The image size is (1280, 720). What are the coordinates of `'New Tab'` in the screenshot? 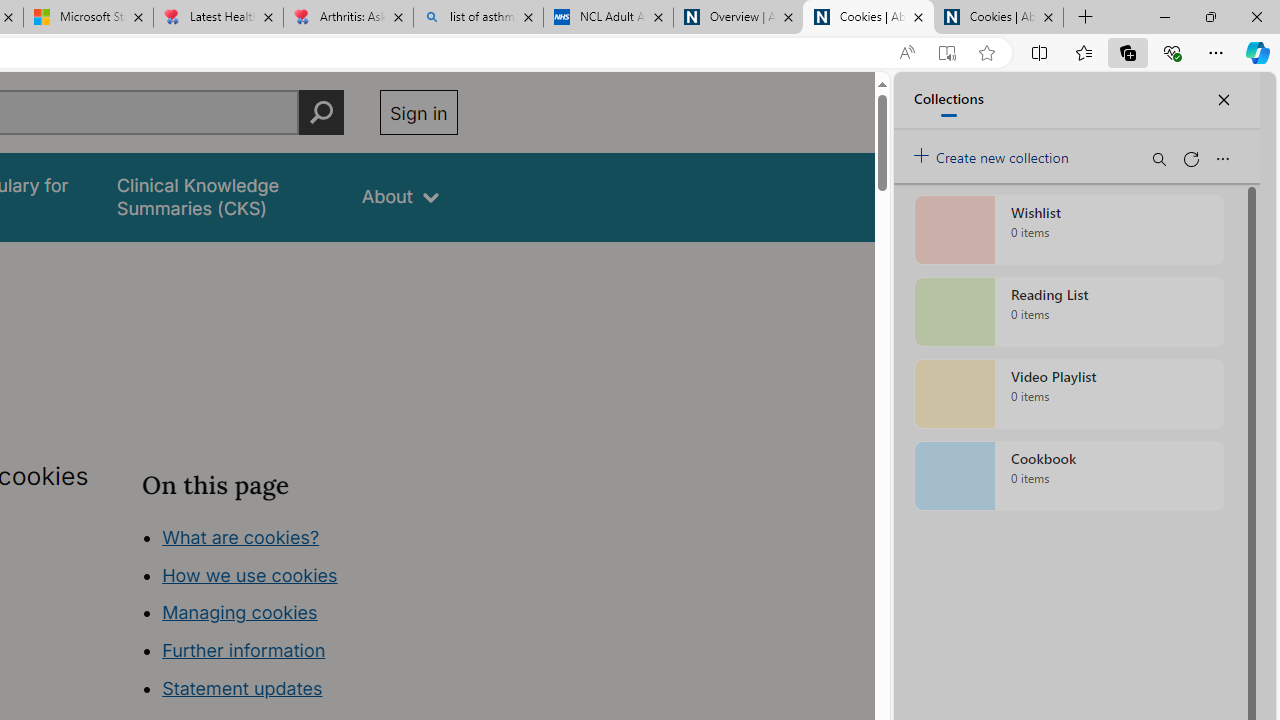 It's located at (1085, 17).